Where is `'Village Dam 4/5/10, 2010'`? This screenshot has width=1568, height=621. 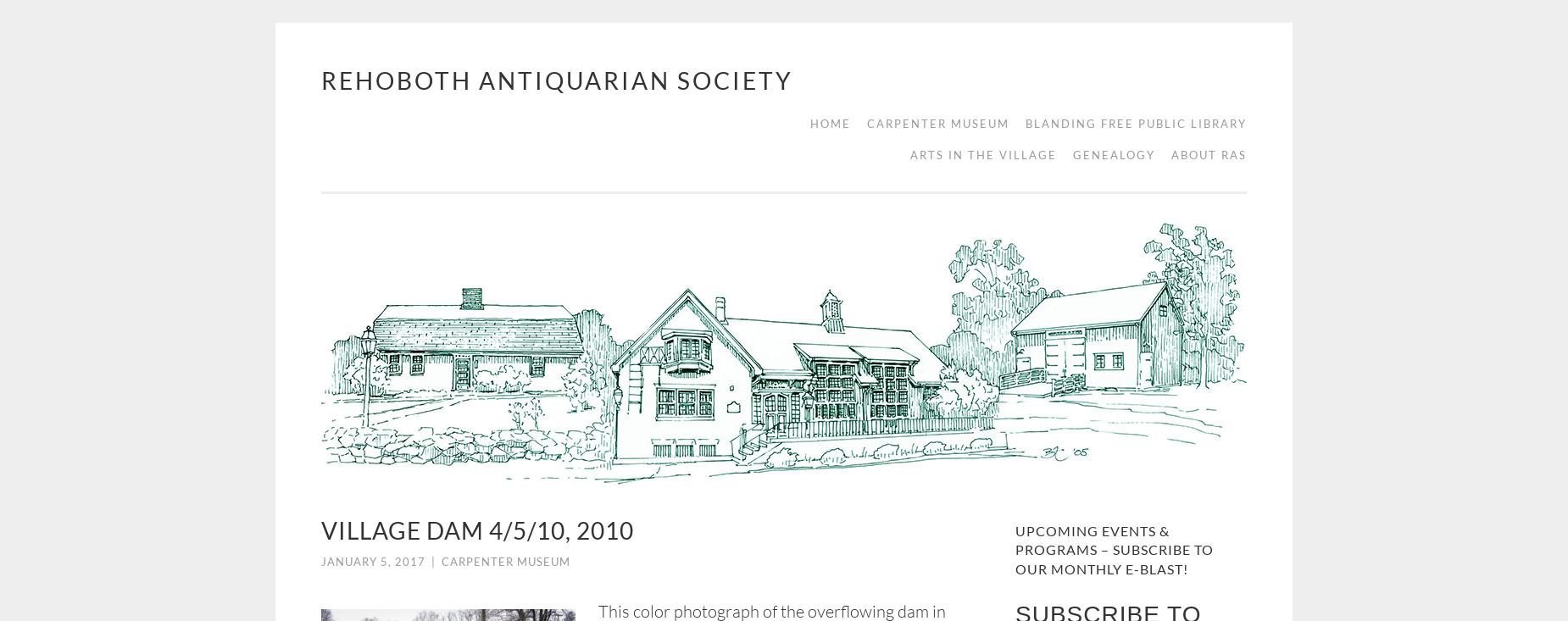
'Village Dam 4/5/10, 2010' is located at coordinates (477, 529).